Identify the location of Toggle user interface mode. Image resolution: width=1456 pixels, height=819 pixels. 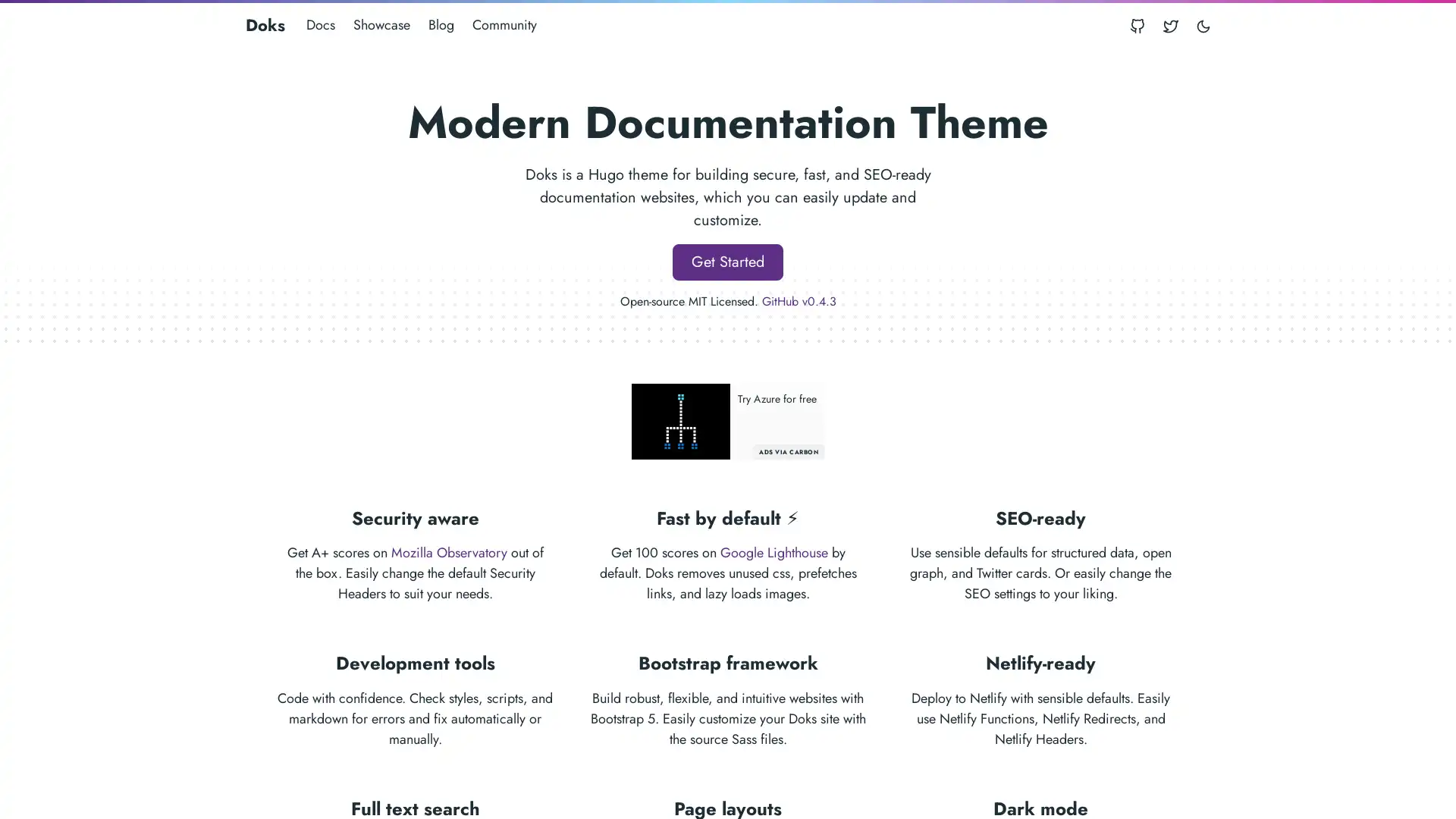
(1203, 25).